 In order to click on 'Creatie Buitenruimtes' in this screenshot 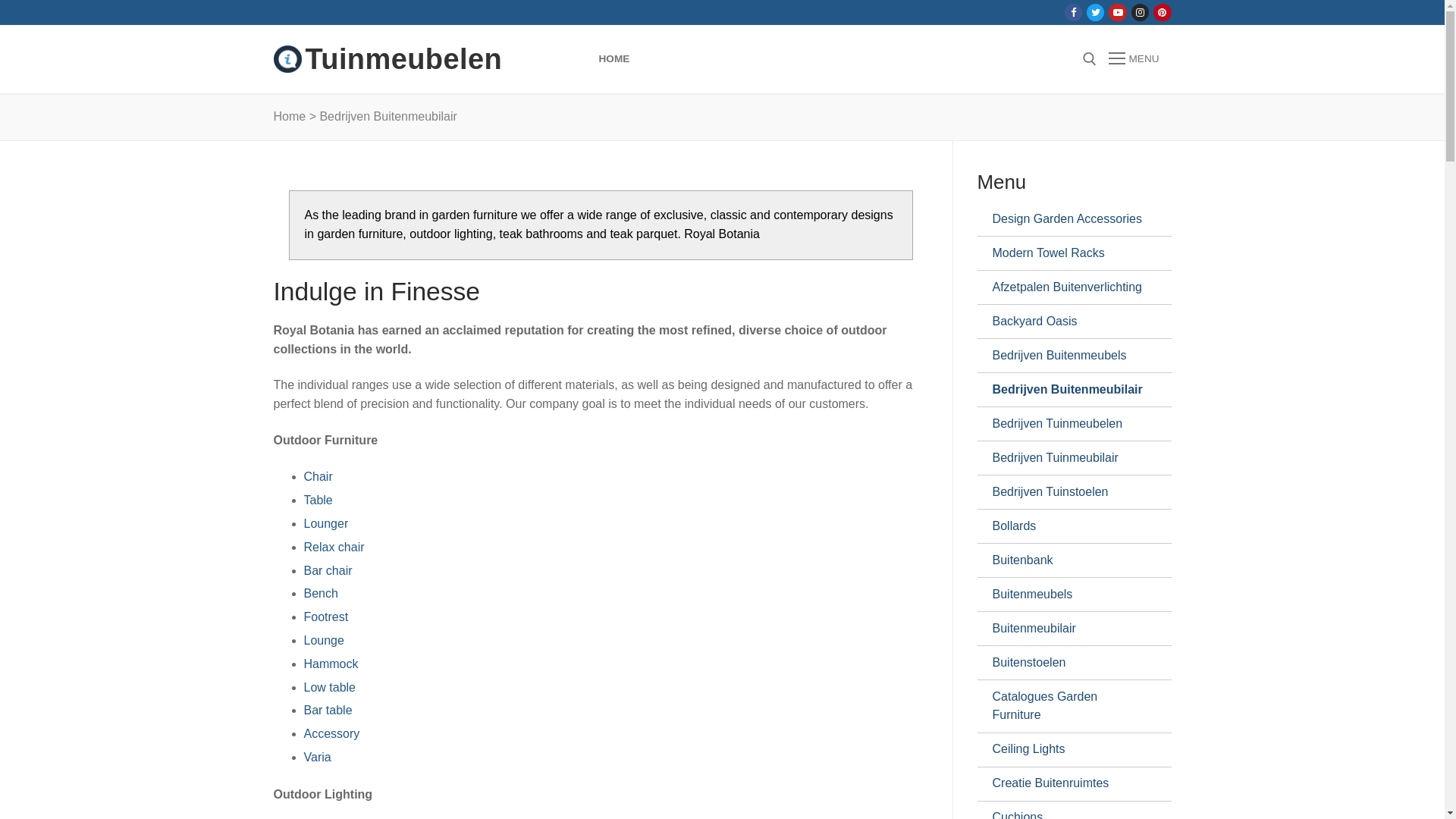, I will do `click(992, 783)`.